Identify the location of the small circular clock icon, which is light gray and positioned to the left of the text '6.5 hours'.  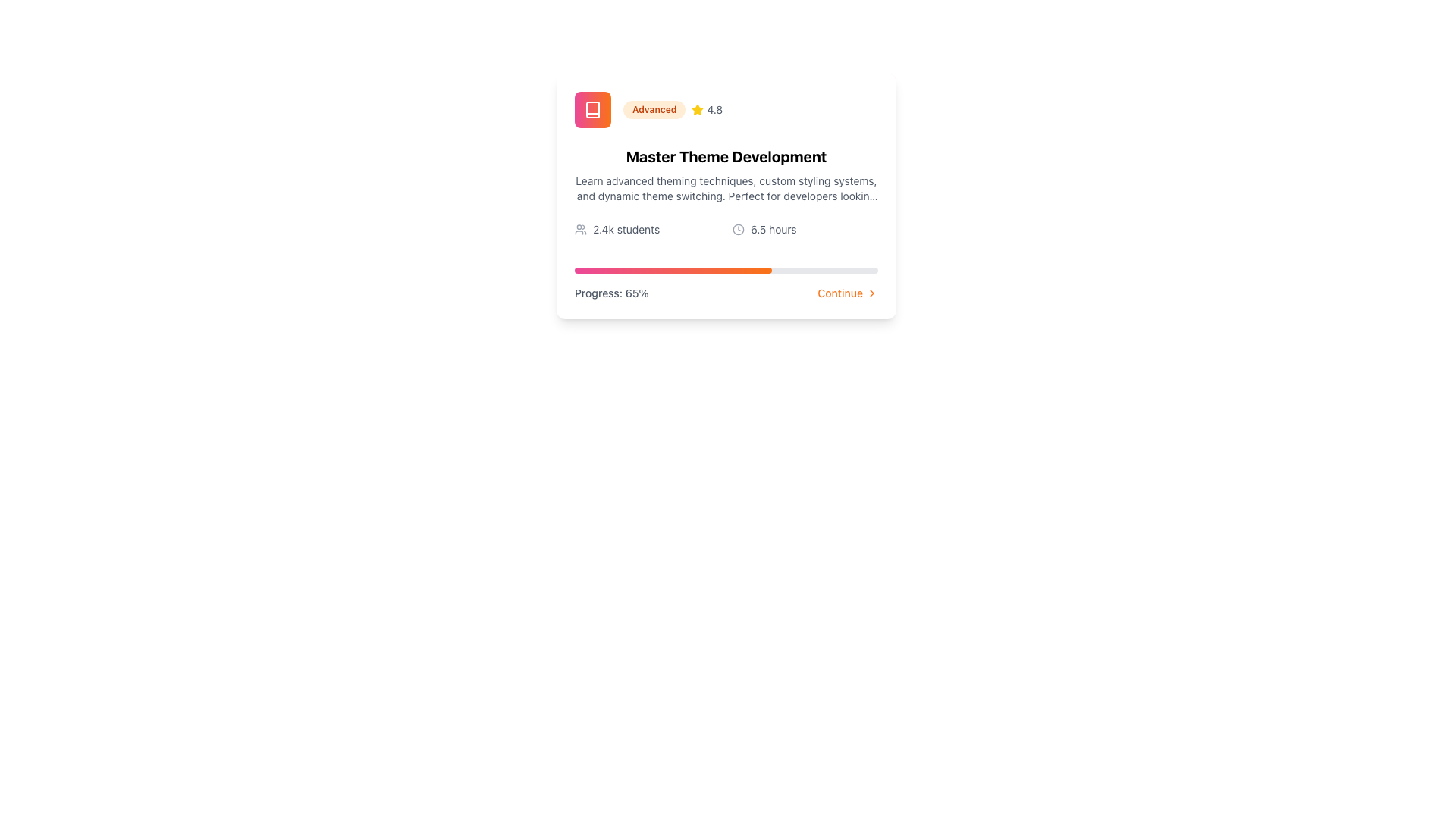
(739, 230).